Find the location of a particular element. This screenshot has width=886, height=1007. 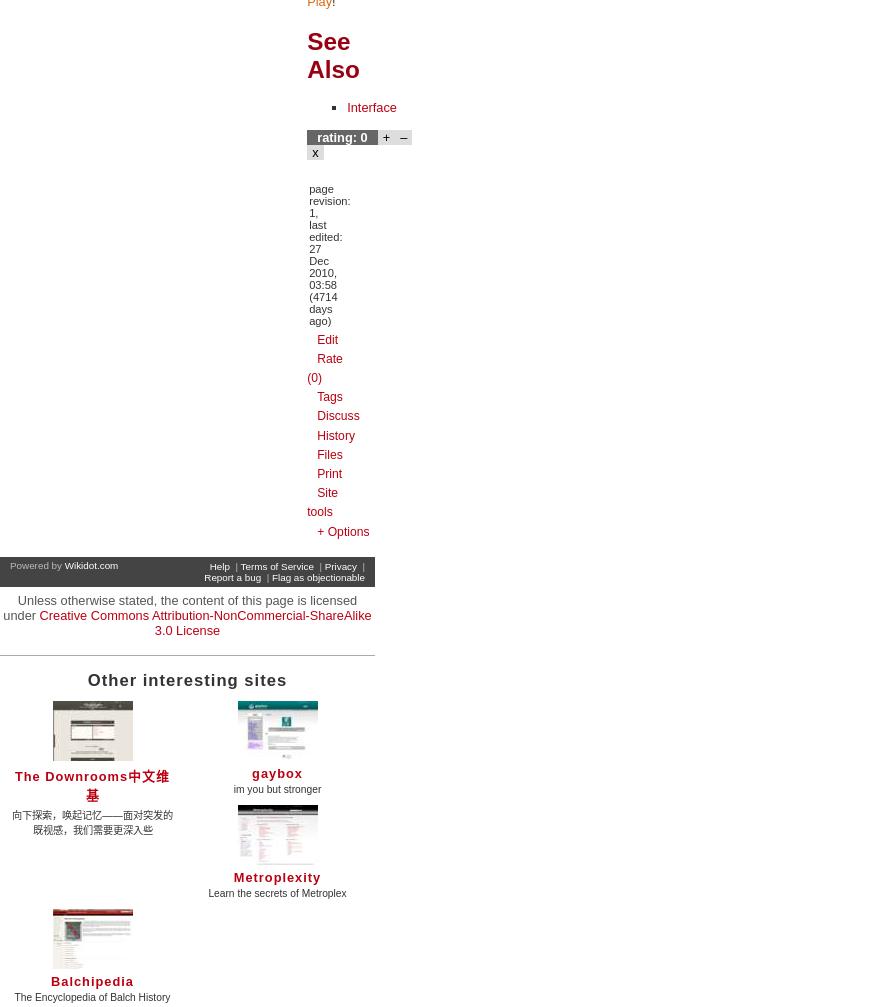

'+' is located at coordinates (386, 136).